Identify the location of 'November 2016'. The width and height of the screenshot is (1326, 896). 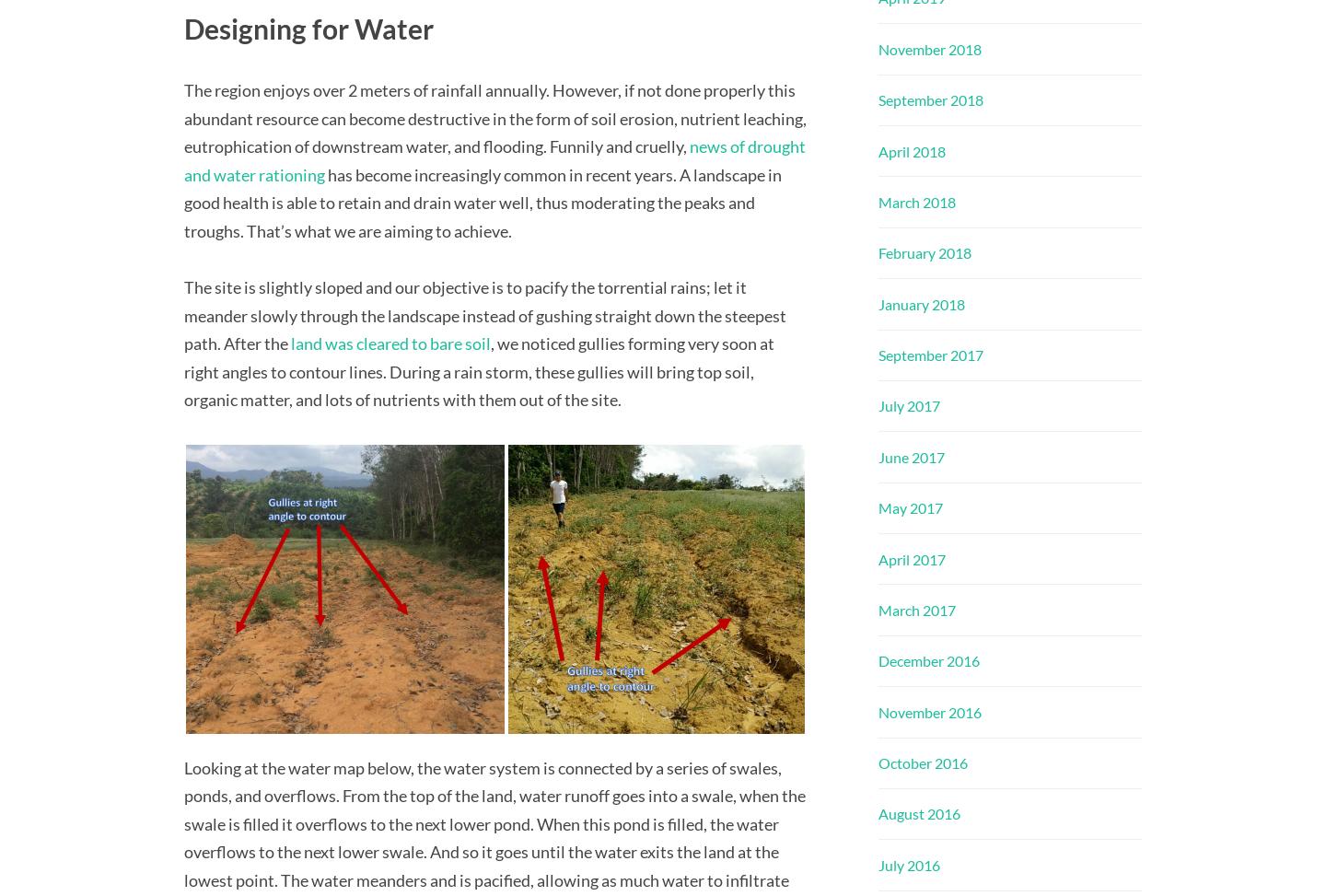
(929, 710).